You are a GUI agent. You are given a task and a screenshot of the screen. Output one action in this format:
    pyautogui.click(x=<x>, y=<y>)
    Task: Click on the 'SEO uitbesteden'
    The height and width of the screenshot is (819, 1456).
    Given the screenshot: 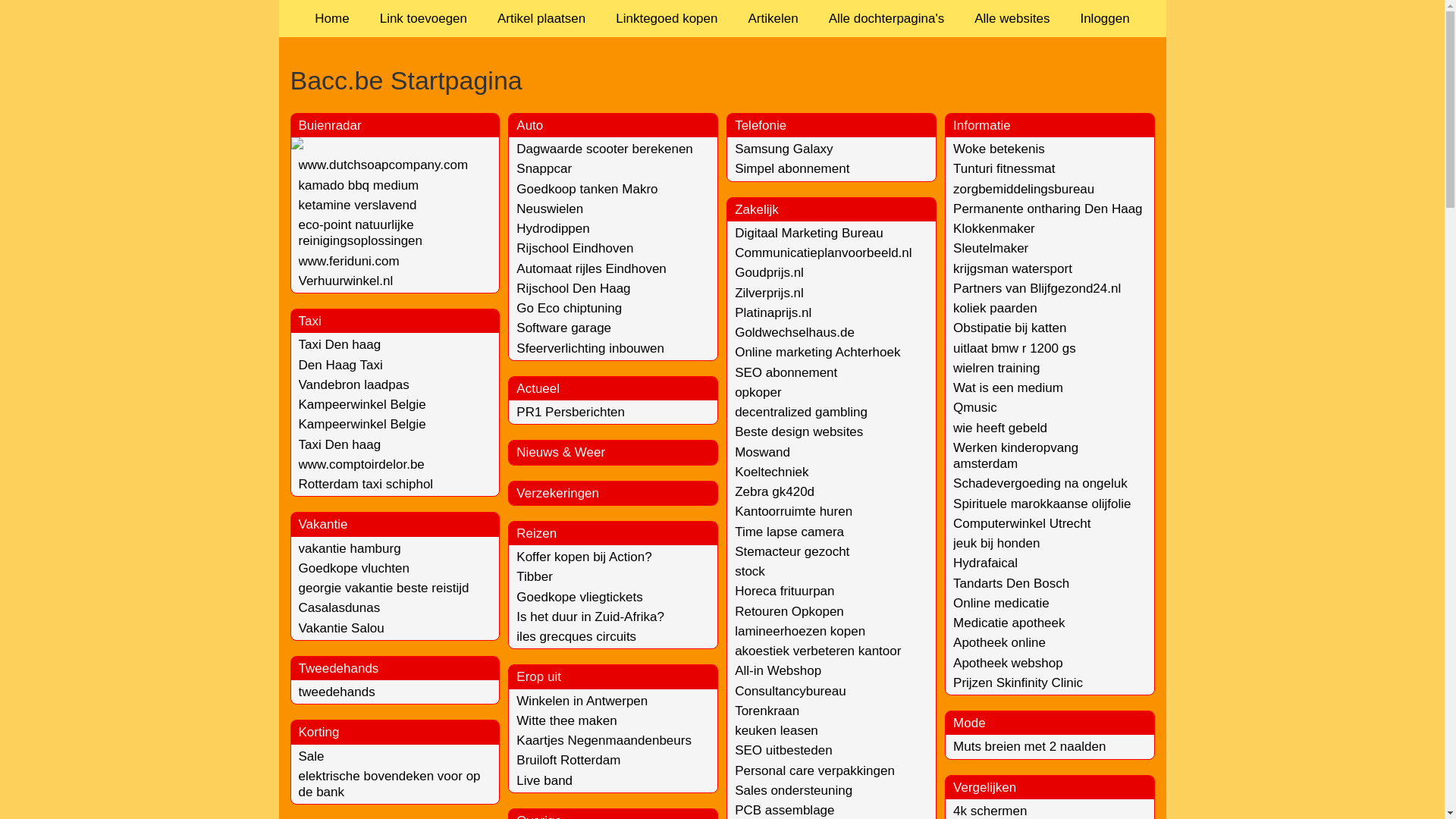 What is the action you would take?
    pyautogui.click(x=783, y=749)
    